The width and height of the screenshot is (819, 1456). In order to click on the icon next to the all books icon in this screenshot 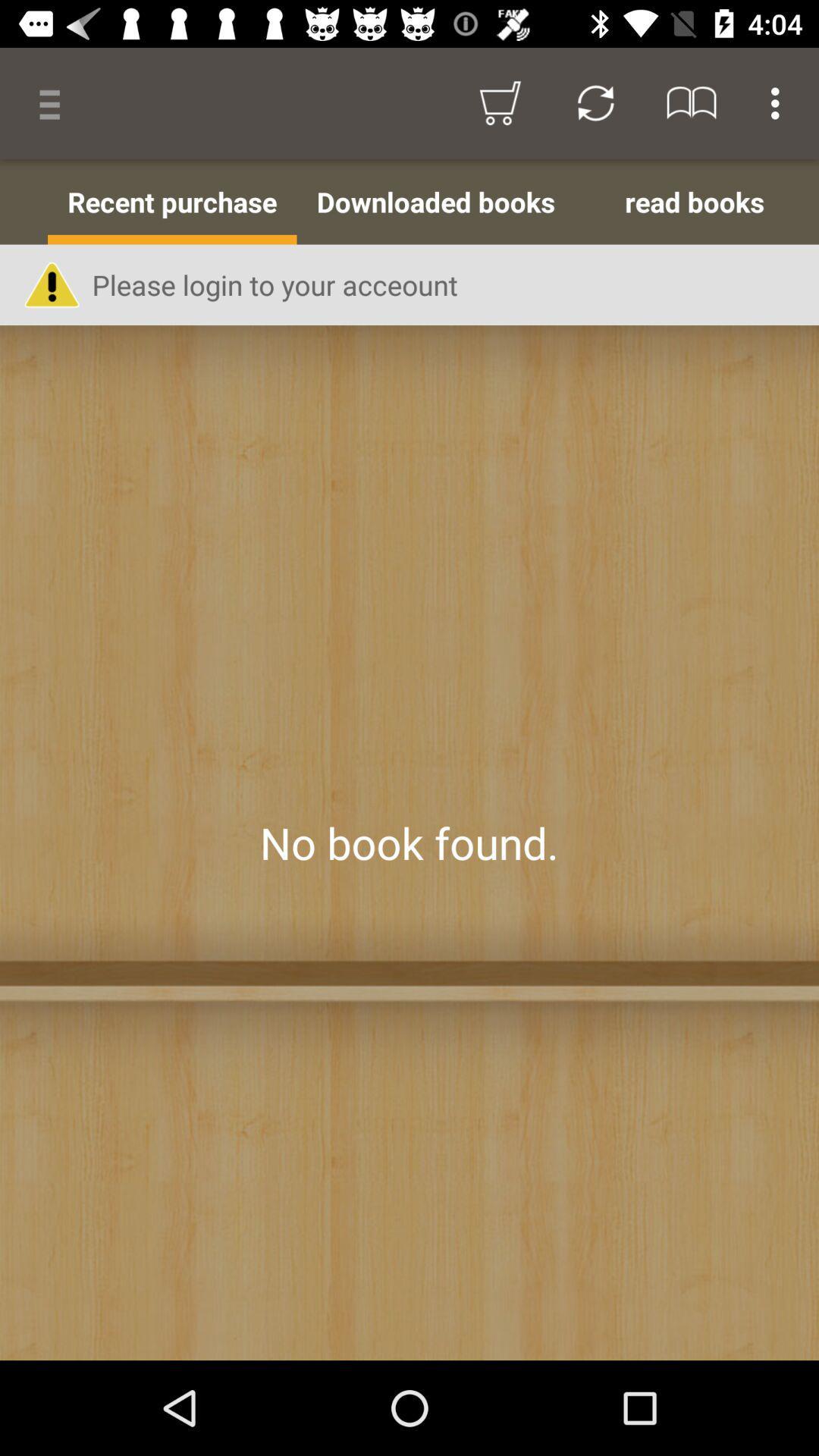, I will do `click(171, 201)`.